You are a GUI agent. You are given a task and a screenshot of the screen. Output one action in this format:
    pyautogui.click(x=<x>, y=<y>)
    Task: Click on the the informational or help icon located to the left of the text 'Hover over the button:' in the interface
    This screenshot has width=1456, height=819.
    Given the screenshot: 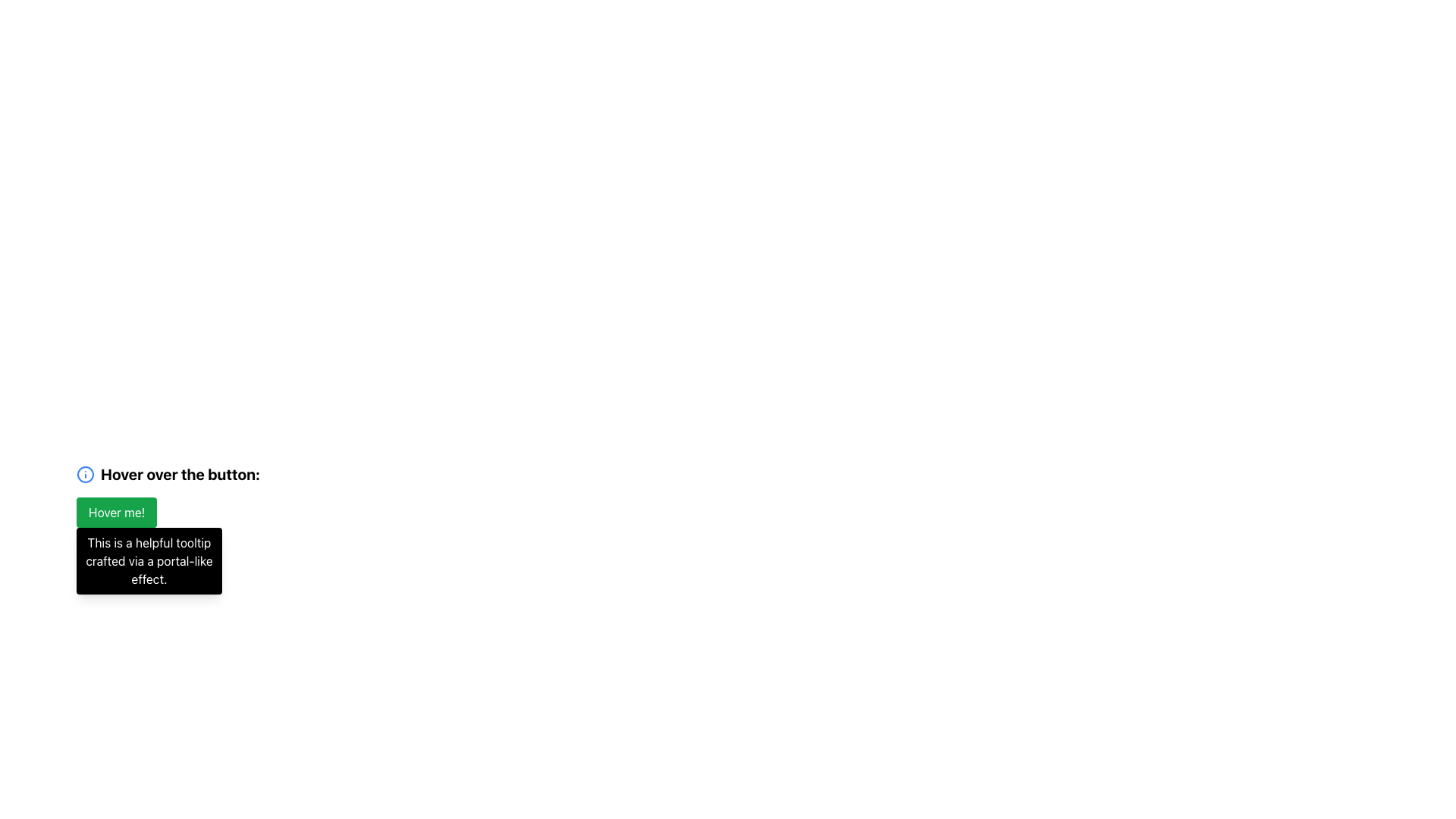 What is the action you would take?
    pyautogui.click(x=85, y=473)
    